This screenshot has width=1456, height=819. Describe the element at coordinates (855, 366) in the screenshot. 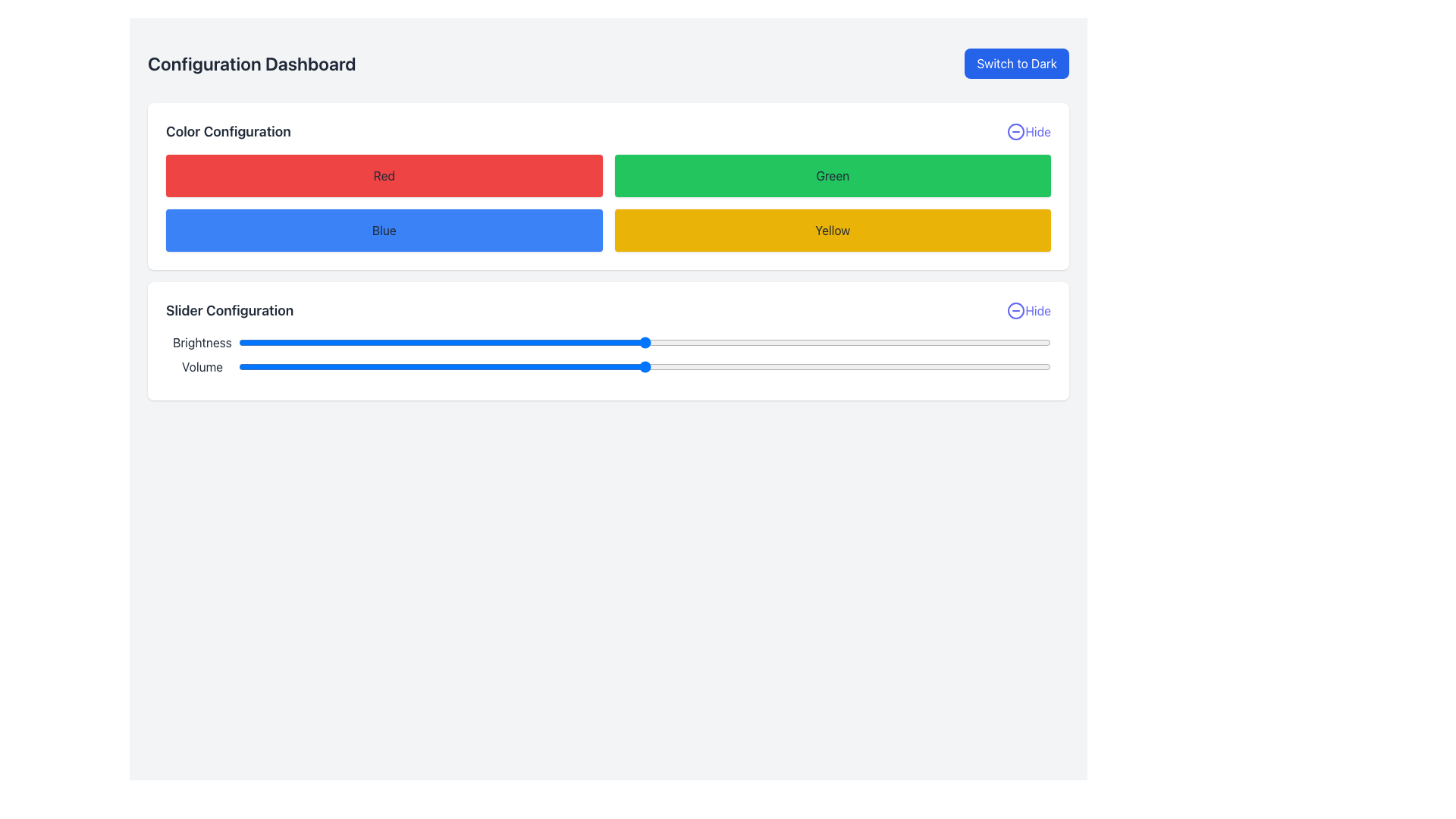

I see `the slider value` at that location.